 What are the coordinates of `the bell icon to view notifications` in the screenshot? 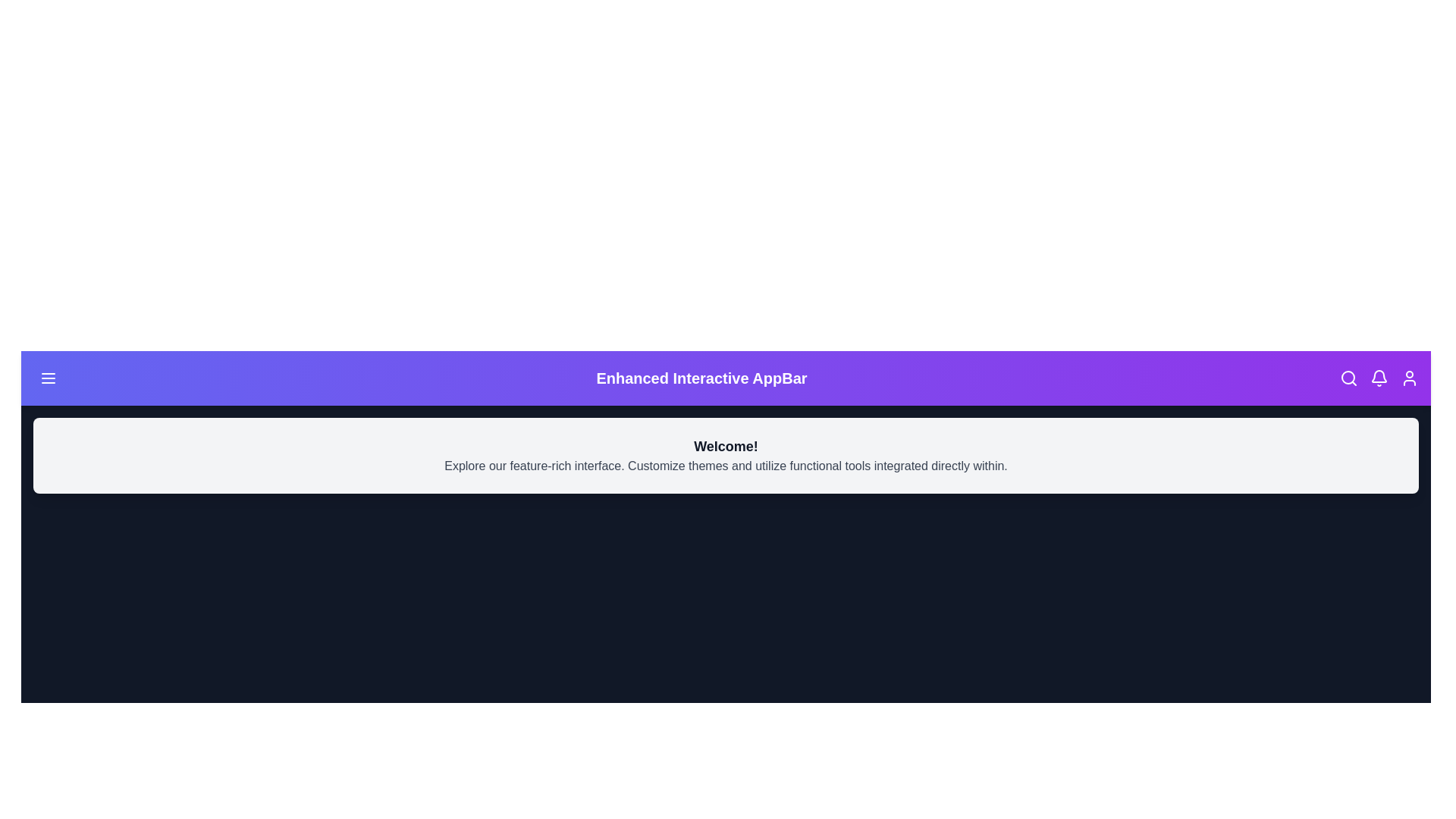 It's located at (1379, 377).